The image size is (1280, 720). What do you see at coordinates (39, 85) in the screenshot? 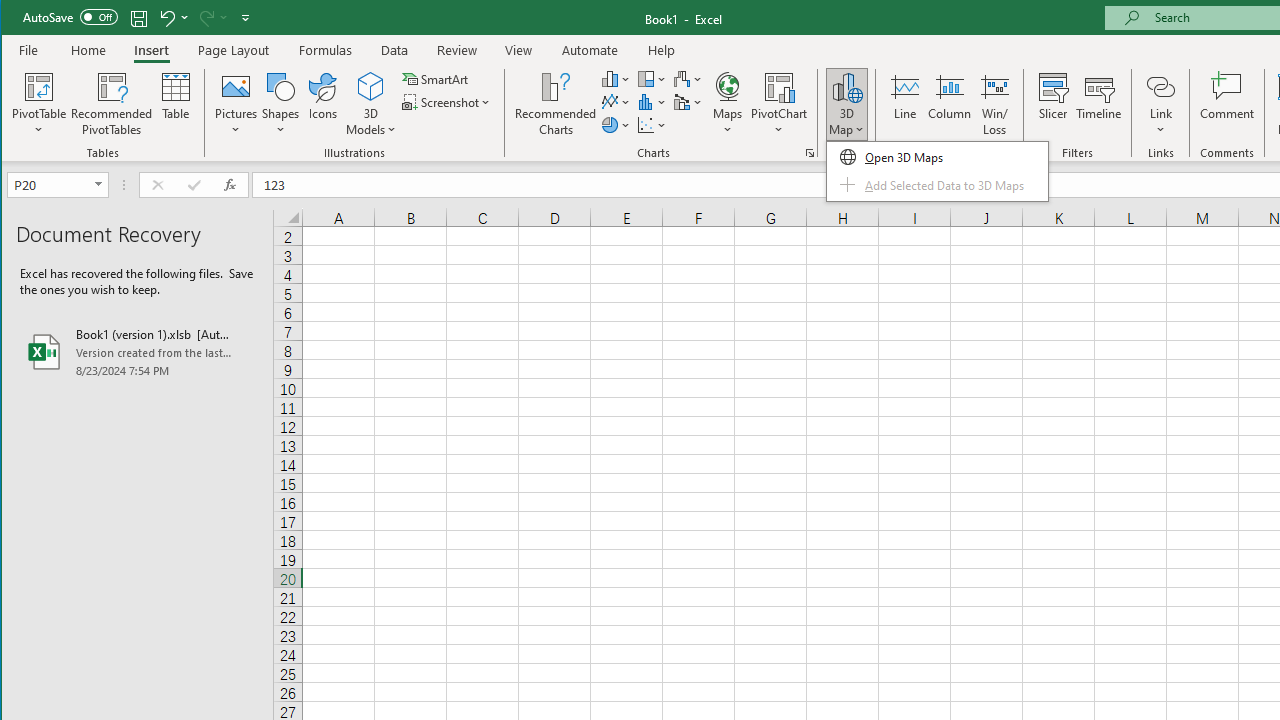
I see `'PivotTable'` at bounding box center [39, 85].